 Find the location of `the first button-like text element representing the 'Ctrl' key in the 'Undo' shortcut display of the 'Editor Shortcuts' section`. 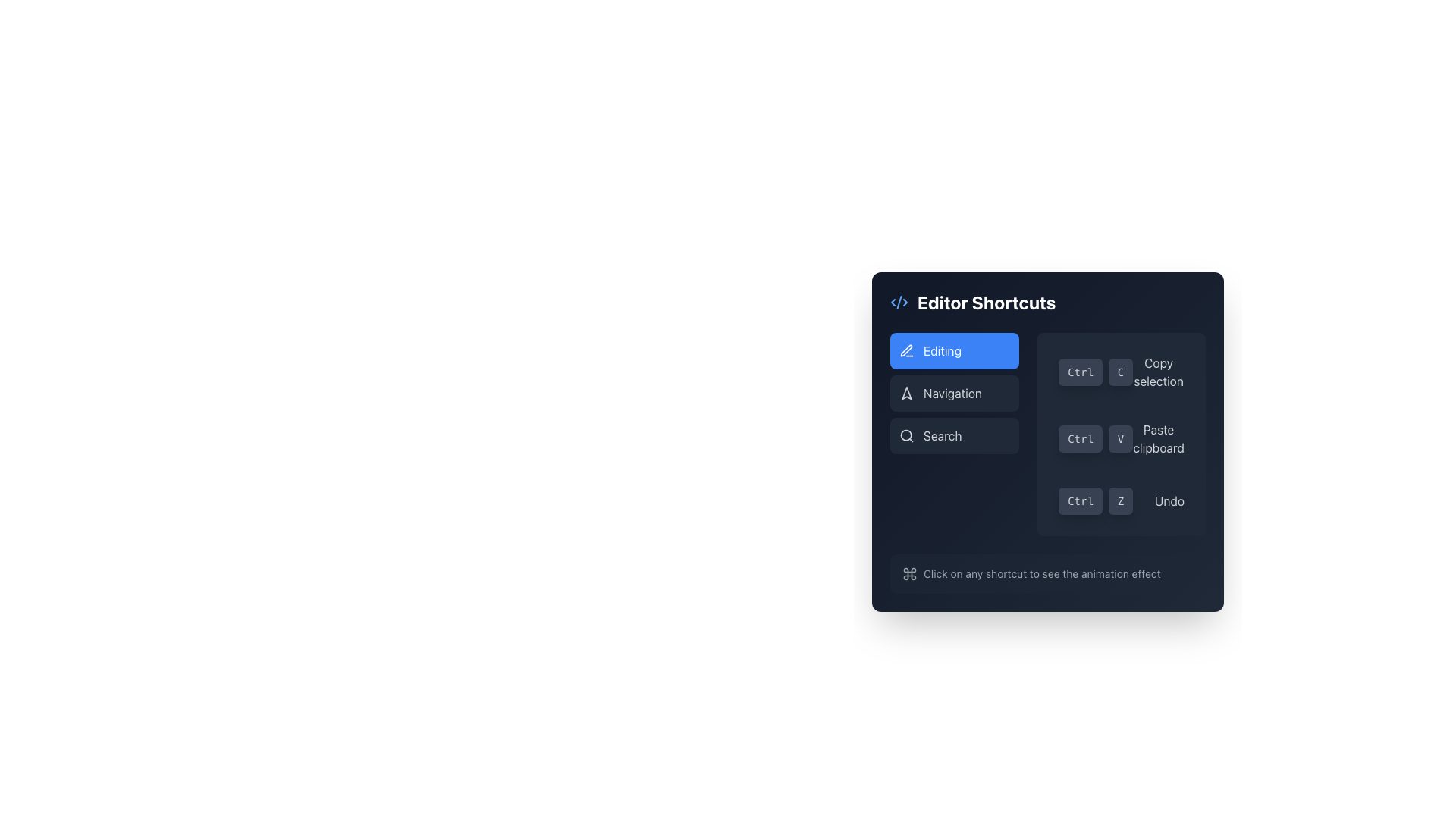

the first button-like text element representing the 'Ctrl' key in the 'Undo' shortcut display of the 'Editor Shortcuts' section is located at coordinates (1080, 500).